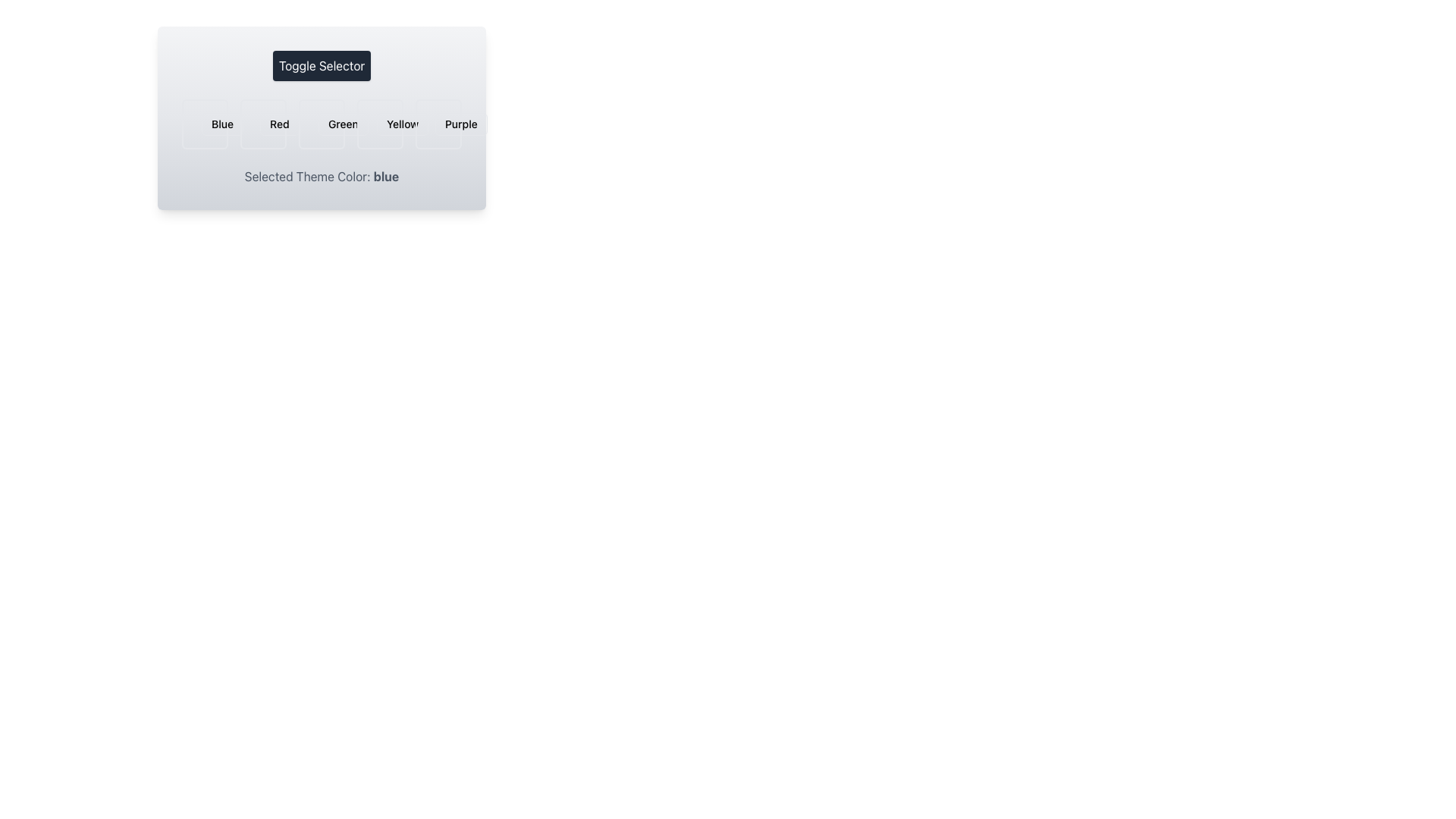 This screenshot has width=1456, height=819. Describe the element at coordinates (321, 117) in the screenshot. I see `the color option within the Toggle Selector widget` at that location.